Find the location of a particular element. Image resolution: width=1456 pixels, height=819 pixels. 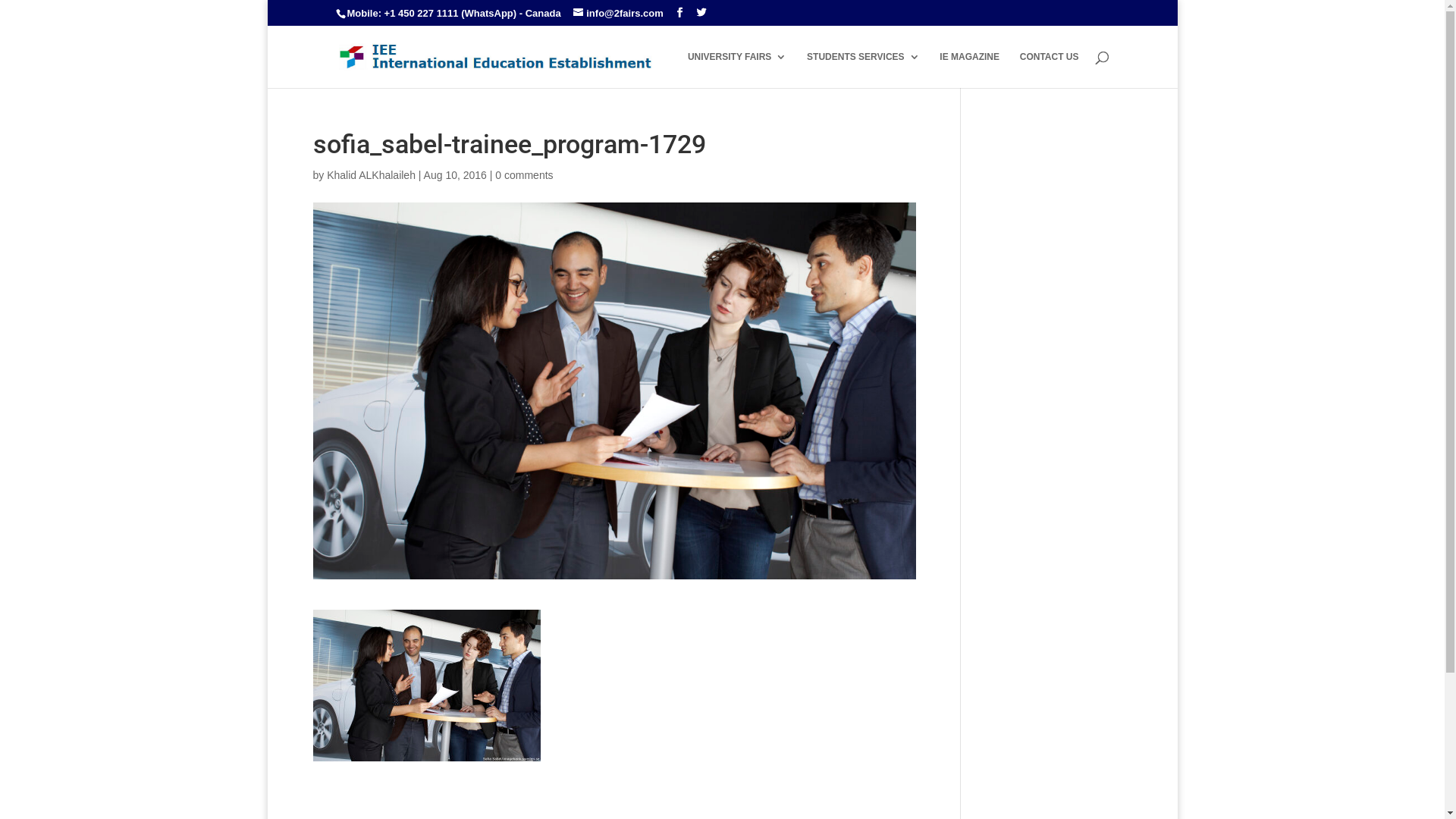

'IE MAGAZINE' is located at coordinates (968, 70).